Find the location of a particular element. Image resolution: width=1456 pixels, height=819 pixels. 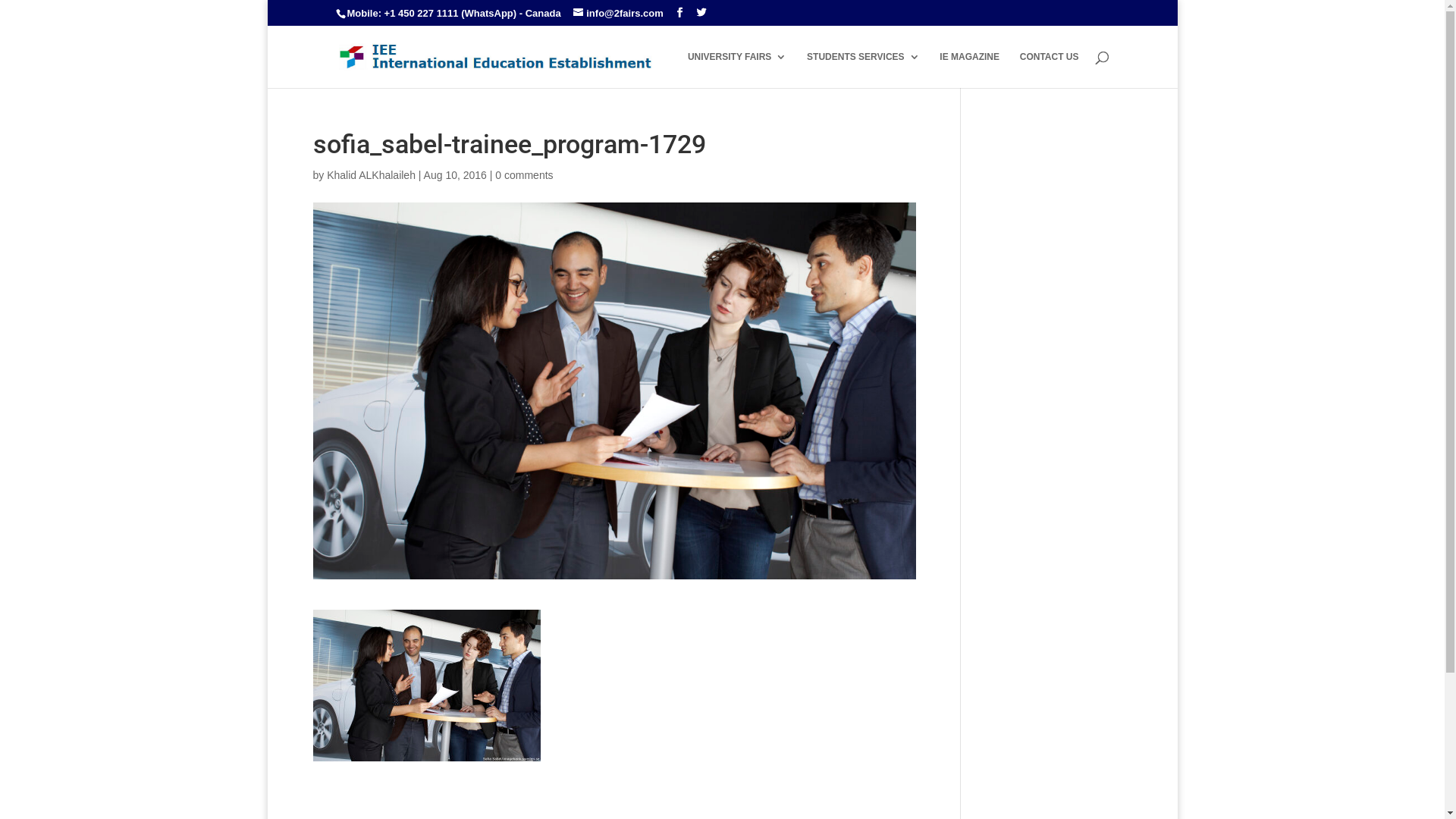

'IE MAGAZINE' is located at coordinates (968, 70).